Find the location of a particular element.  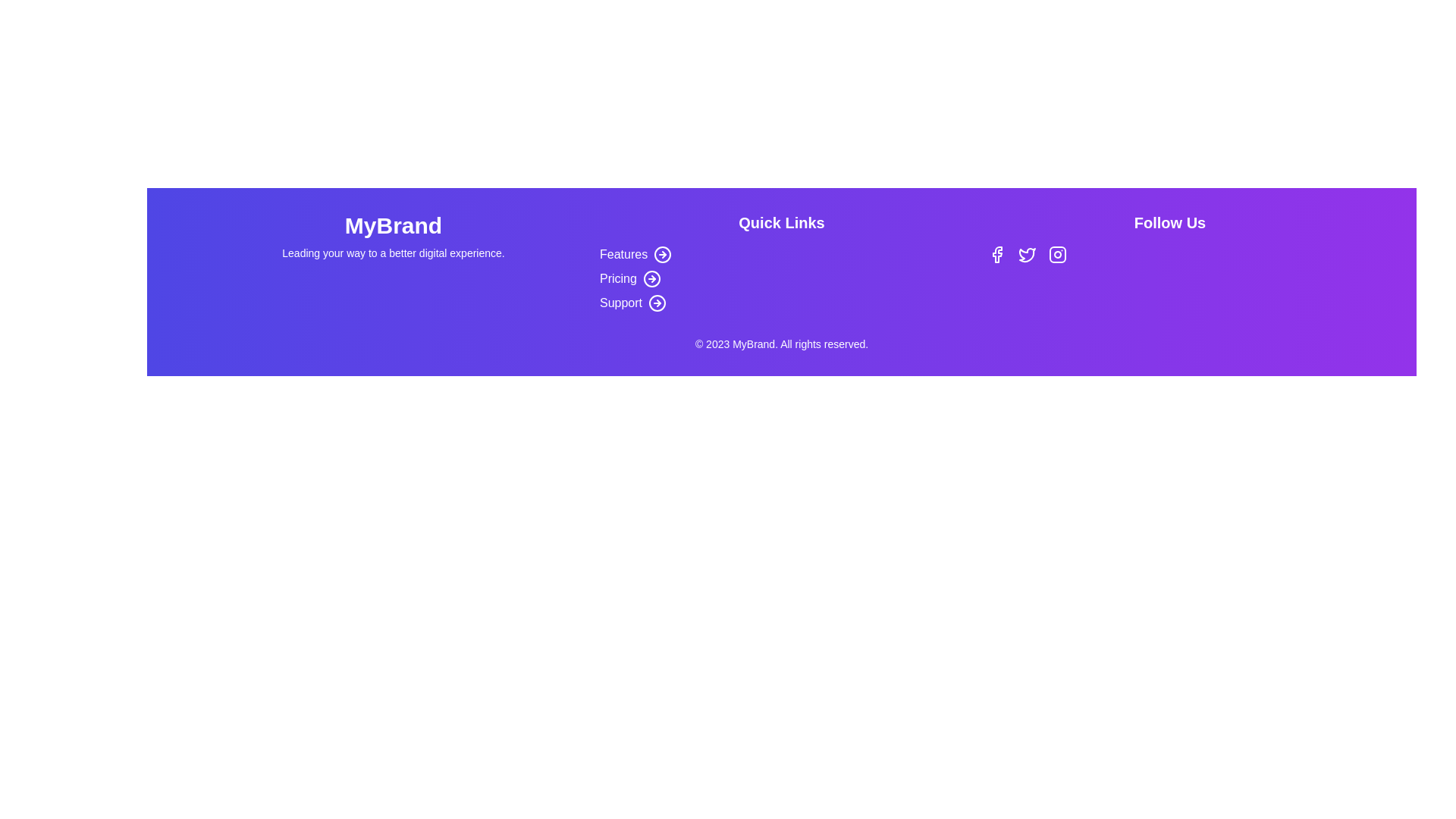

the white bird icon in the purple footer bar under the 'Follow Us' heading is located at coordinates (1027, 253).